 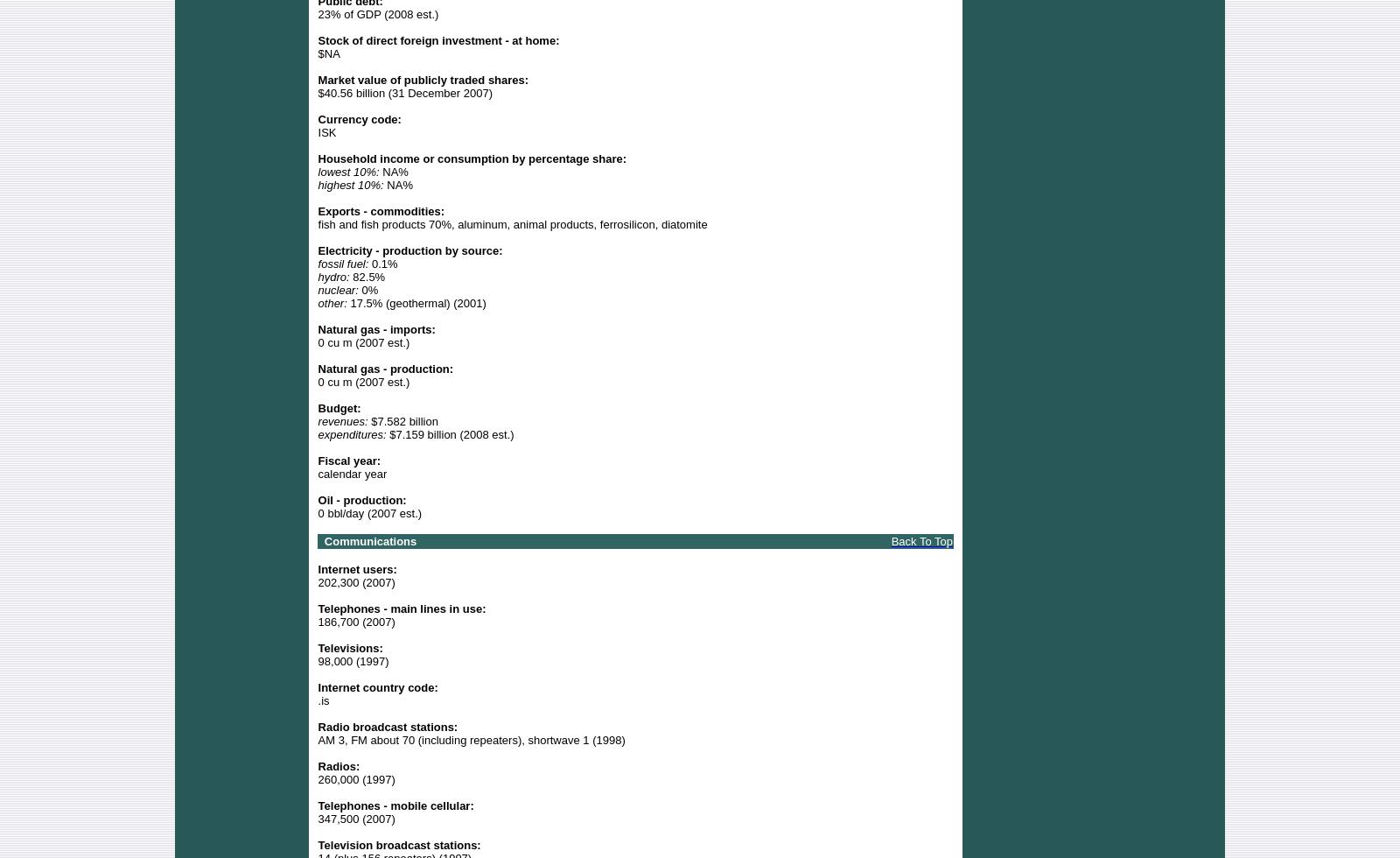 I want to click on 'expenditures:', so click(x=350, y=433).